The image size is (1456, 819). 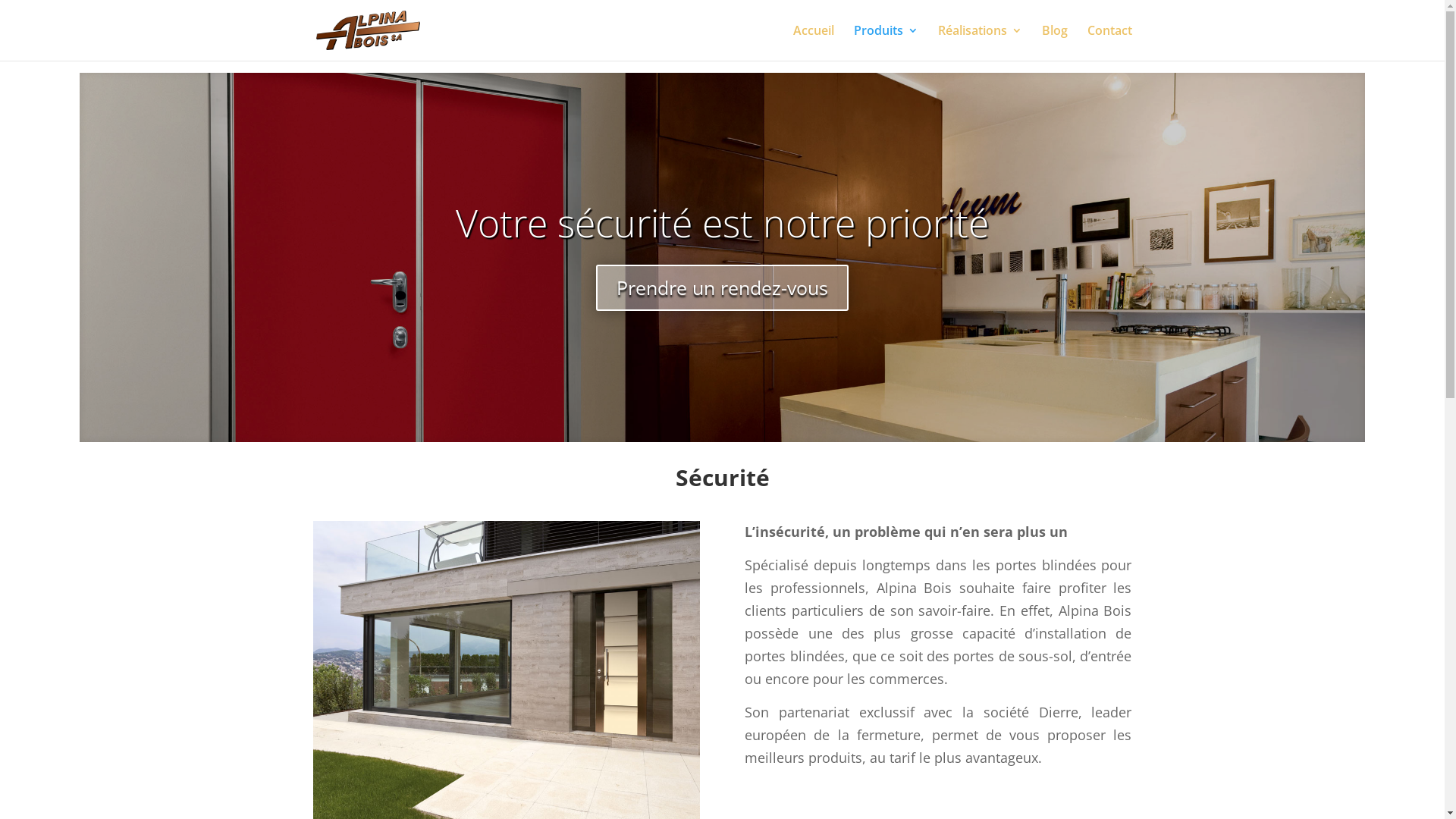 What do you see at coordinates (721, 288) in the screenshot?
I see `'Prendre un rendez-vous'` at bounding box center [721, 288].